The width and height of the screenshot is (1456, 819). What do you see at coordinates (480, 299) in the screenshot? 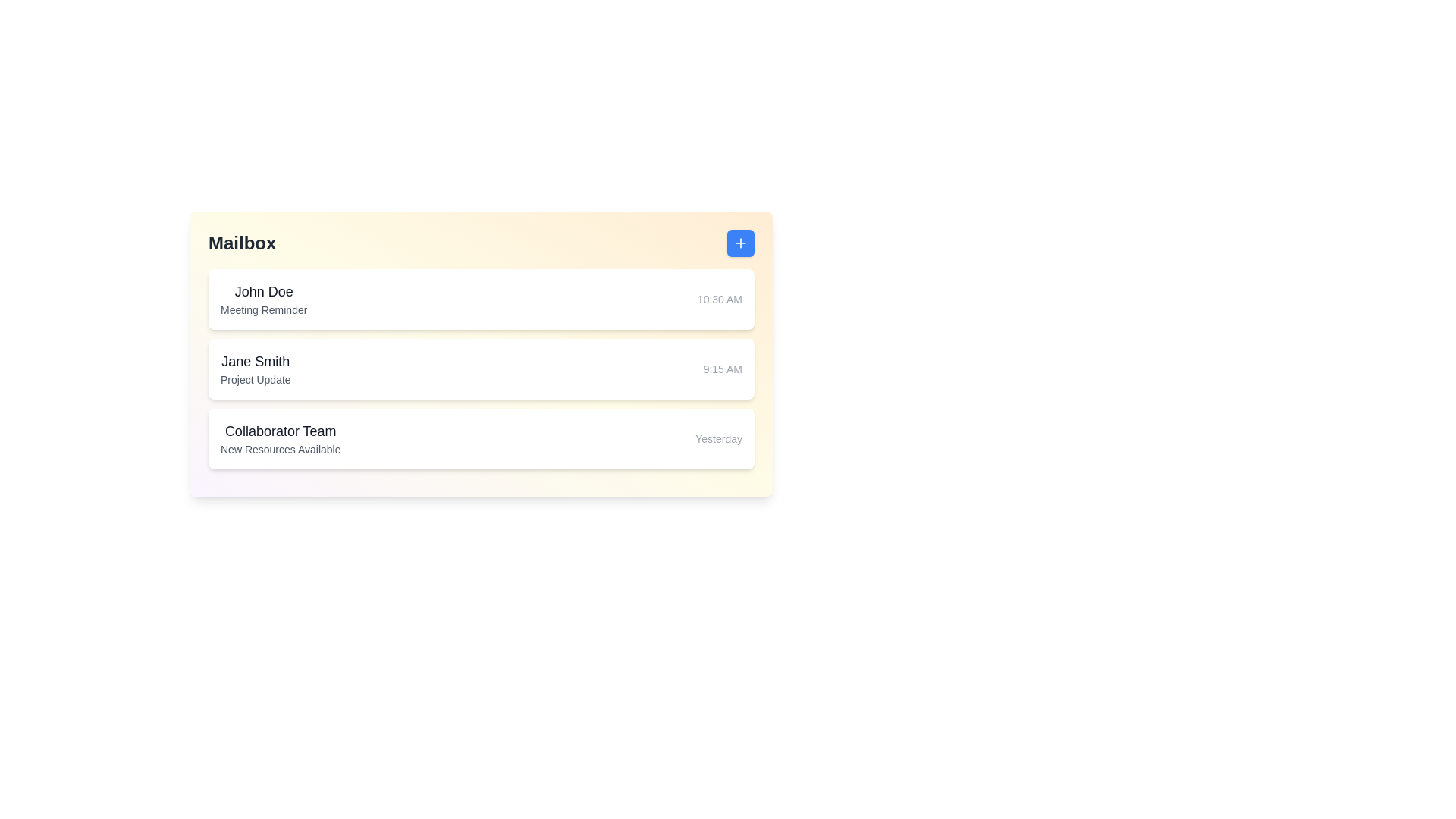
I see `the mail item corresponding to John Doe - Meeting Reminder to view its details` at bounding box center [480, 299].